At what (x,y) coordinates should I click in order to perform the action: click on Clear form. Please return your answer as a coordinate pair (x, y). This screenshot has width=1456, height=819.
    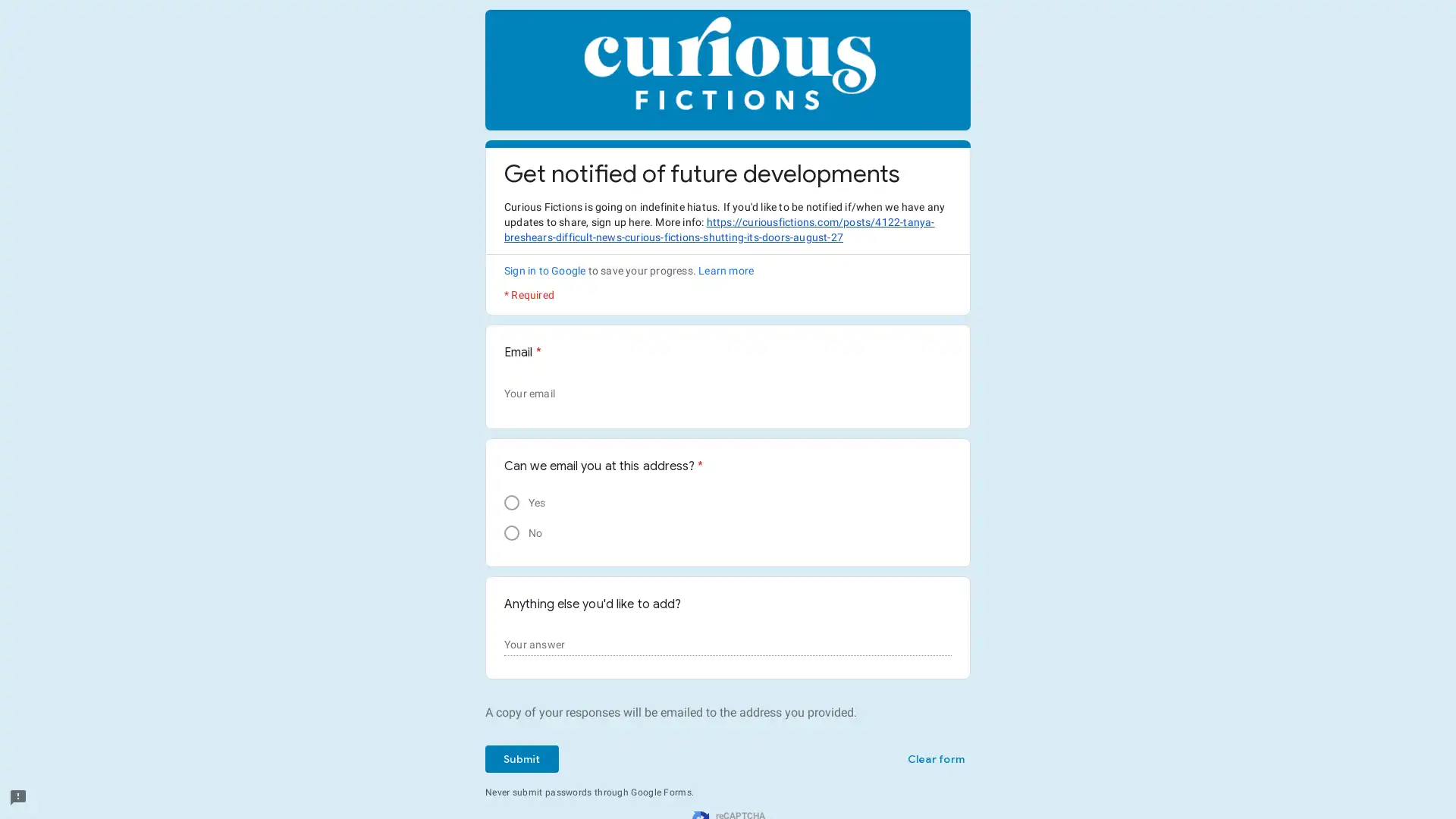
    Looking at the image, I should click on (934, 759).